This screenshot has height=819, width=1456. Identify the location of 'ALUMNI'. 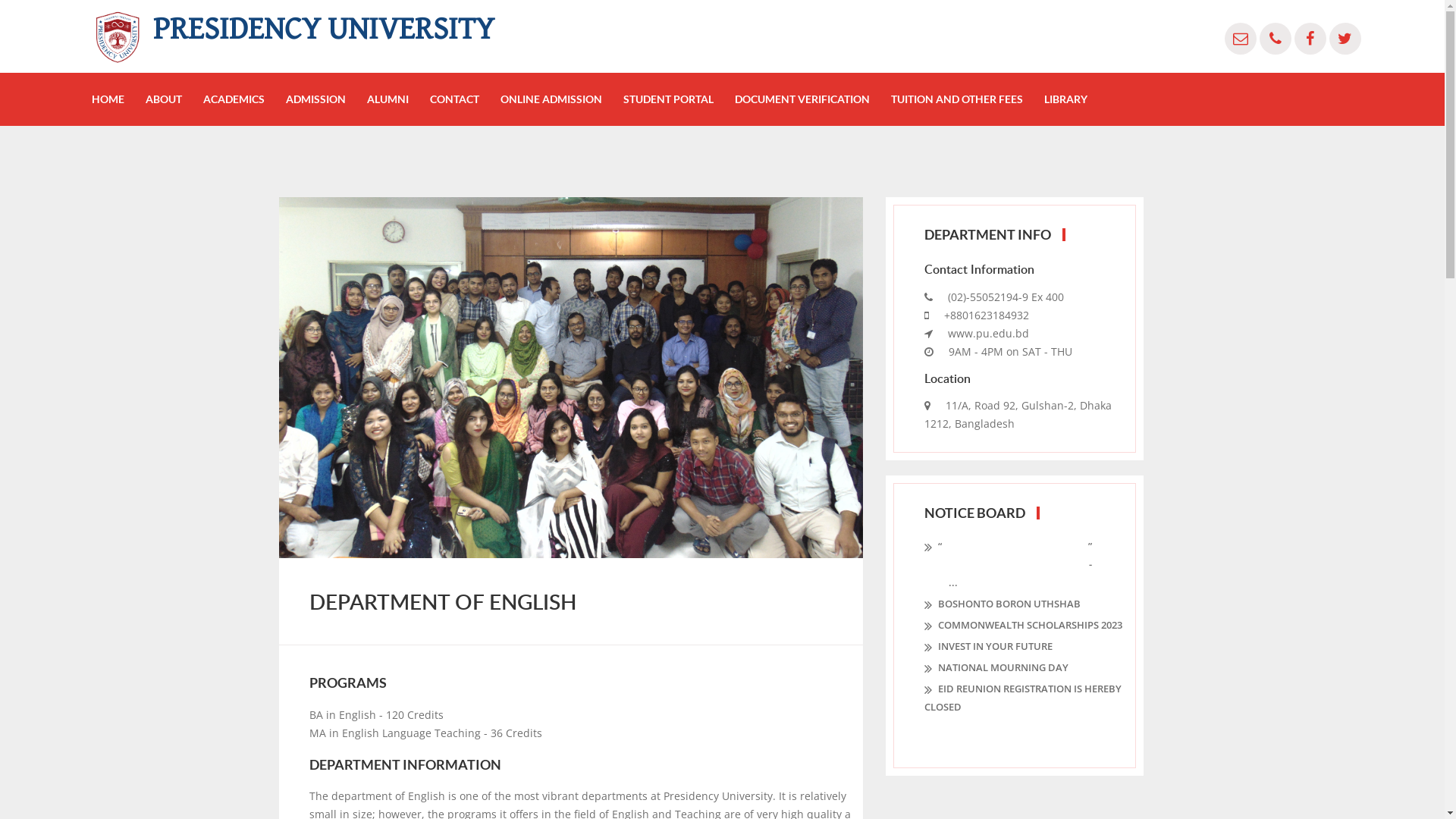
(388, 99).